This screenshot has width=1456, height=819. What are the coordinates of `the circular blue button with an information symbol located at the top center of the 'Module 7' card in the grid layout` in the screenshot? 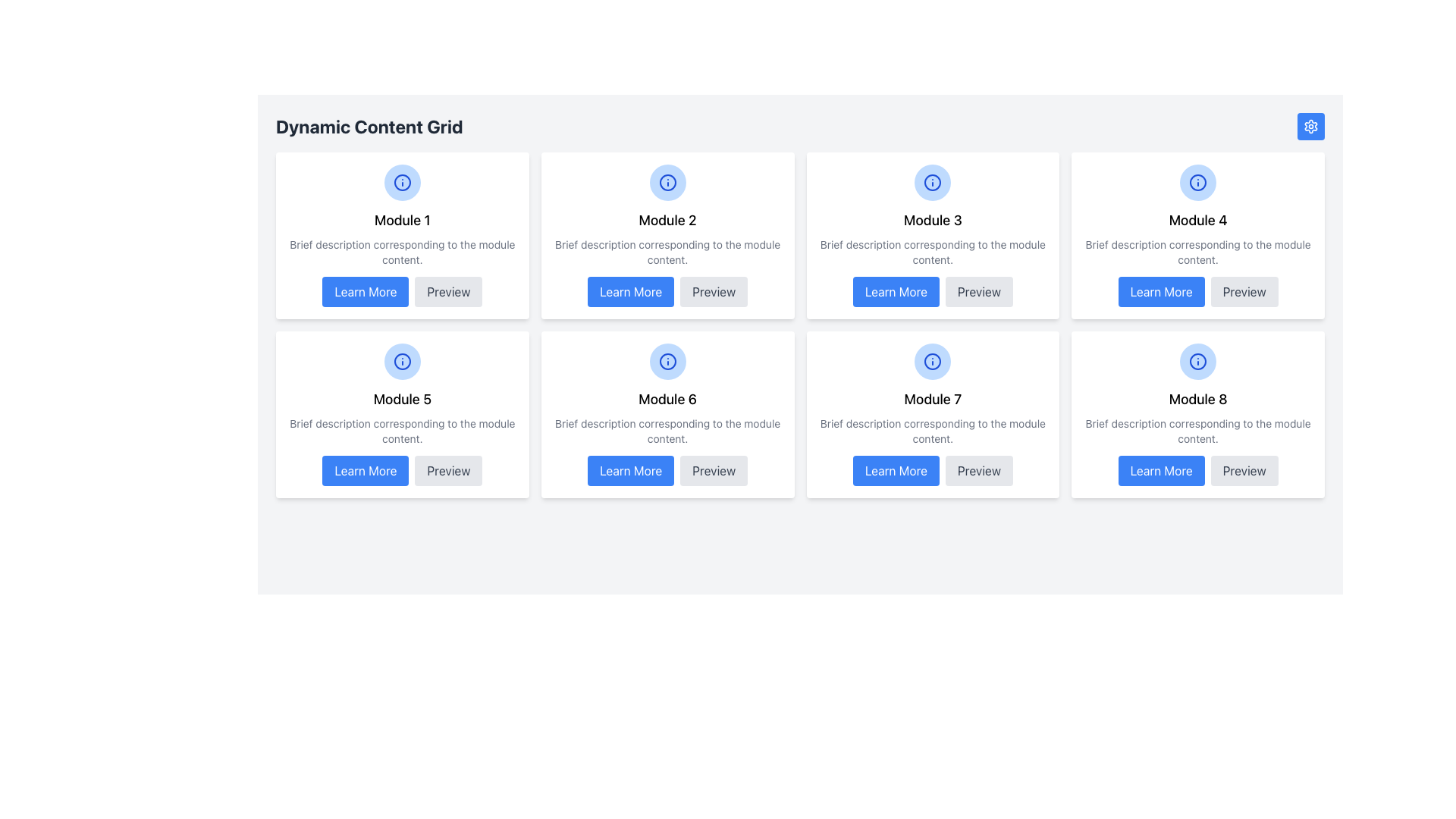 It's located at (932, 362).